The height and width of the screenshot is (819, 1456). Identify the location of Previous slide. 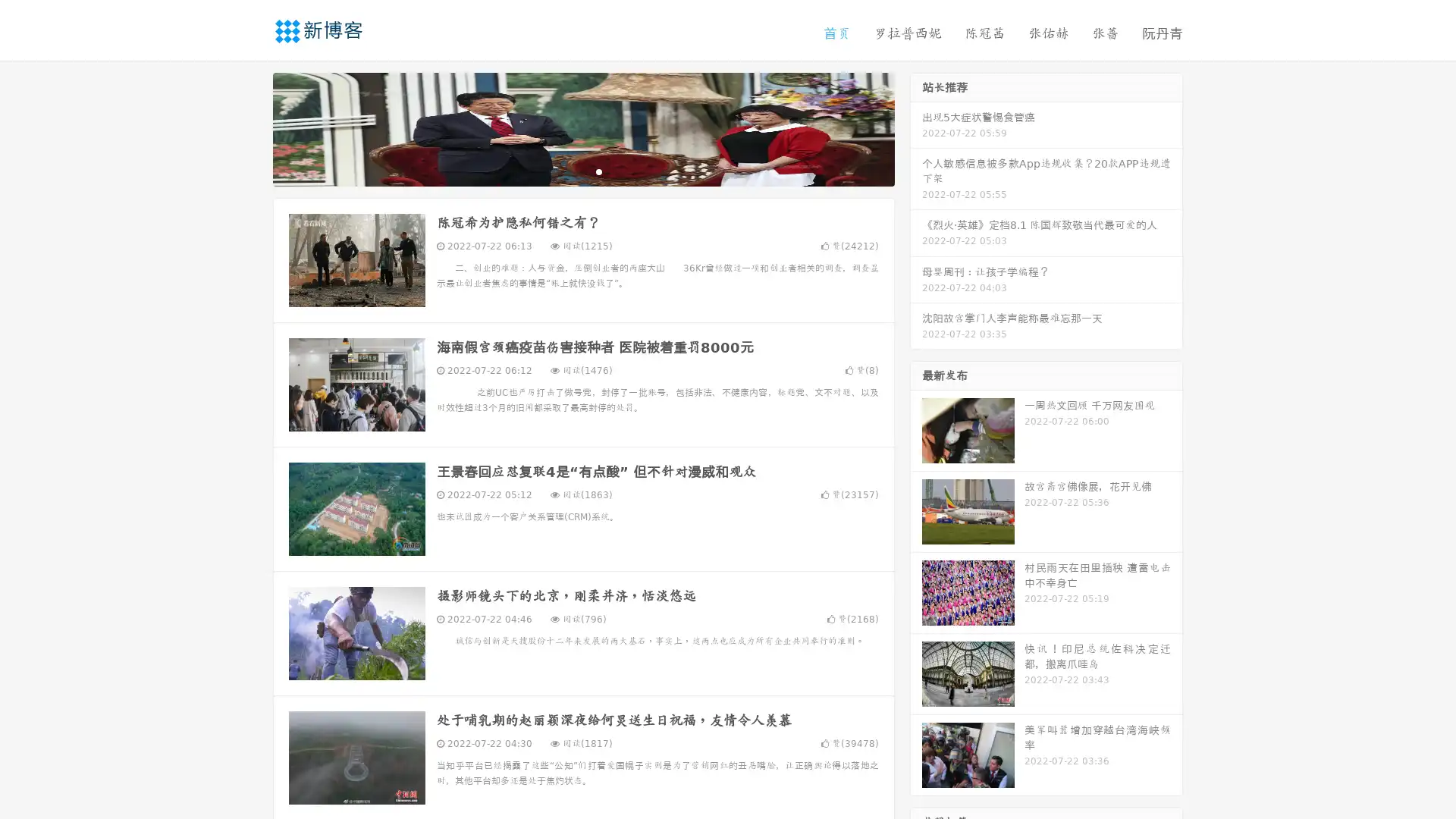
(250, 127).